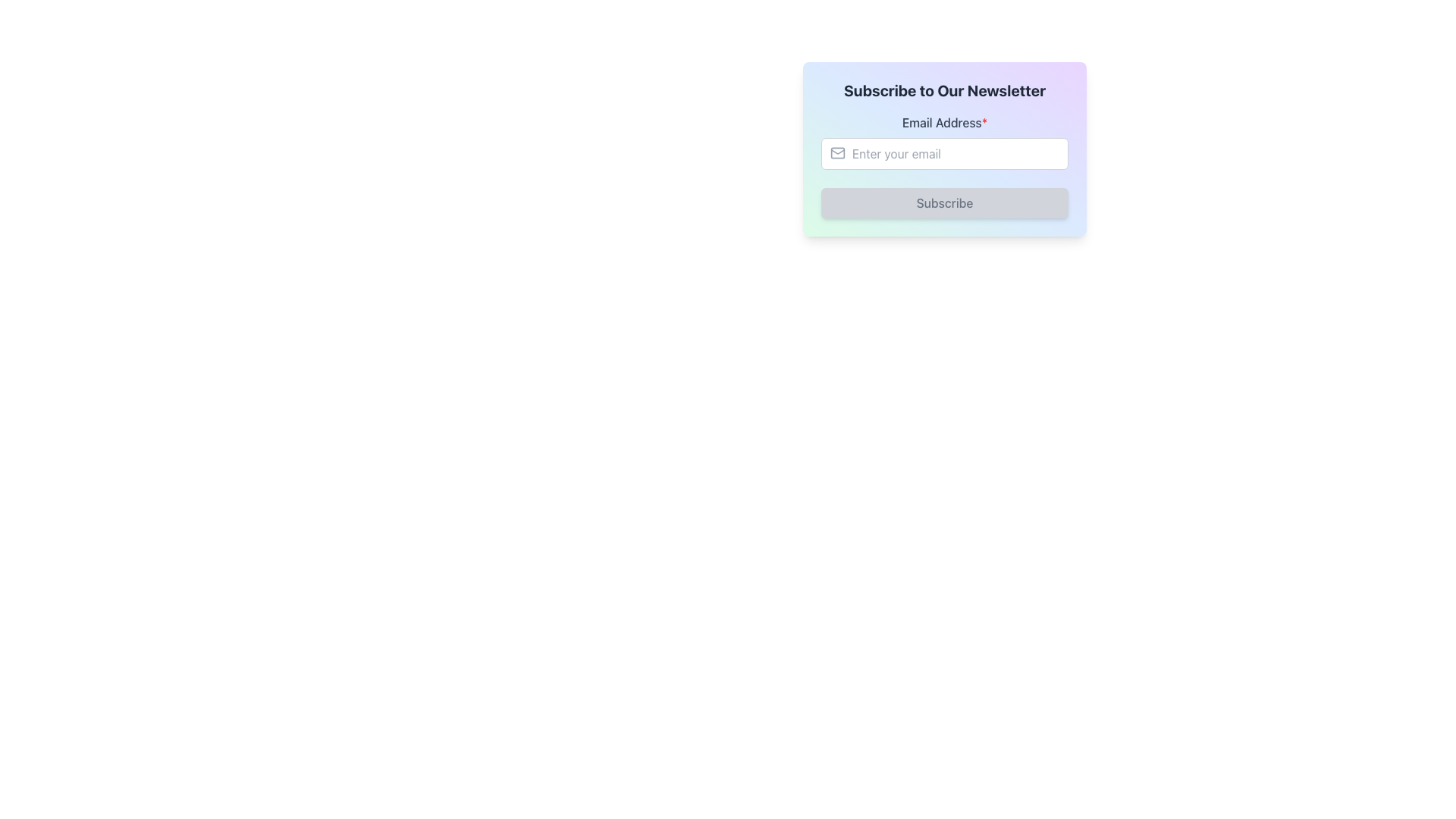  Describe the element at coordinates (944, 202) in the screenshot. I see `the 'Subscribe' button, which is a rectangular button with rounded corners, styled in a grayish background and featuring the word 'Subscribe' in a medium-sized gray font, indicating a disabled state` at that location.